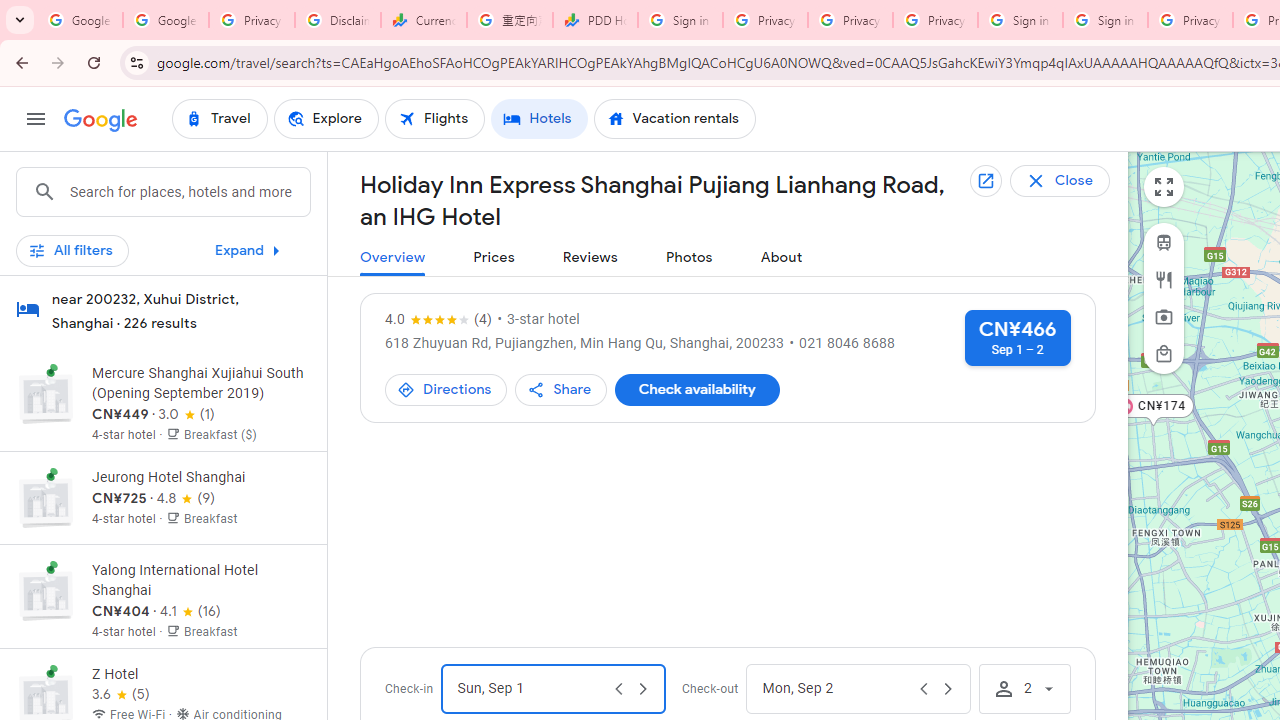 This screenshot has height=720, width=1280. What do you see at coordinates (72, 249) in the screenshot?
I see `'All filters'` at bounding box center [72, 249].